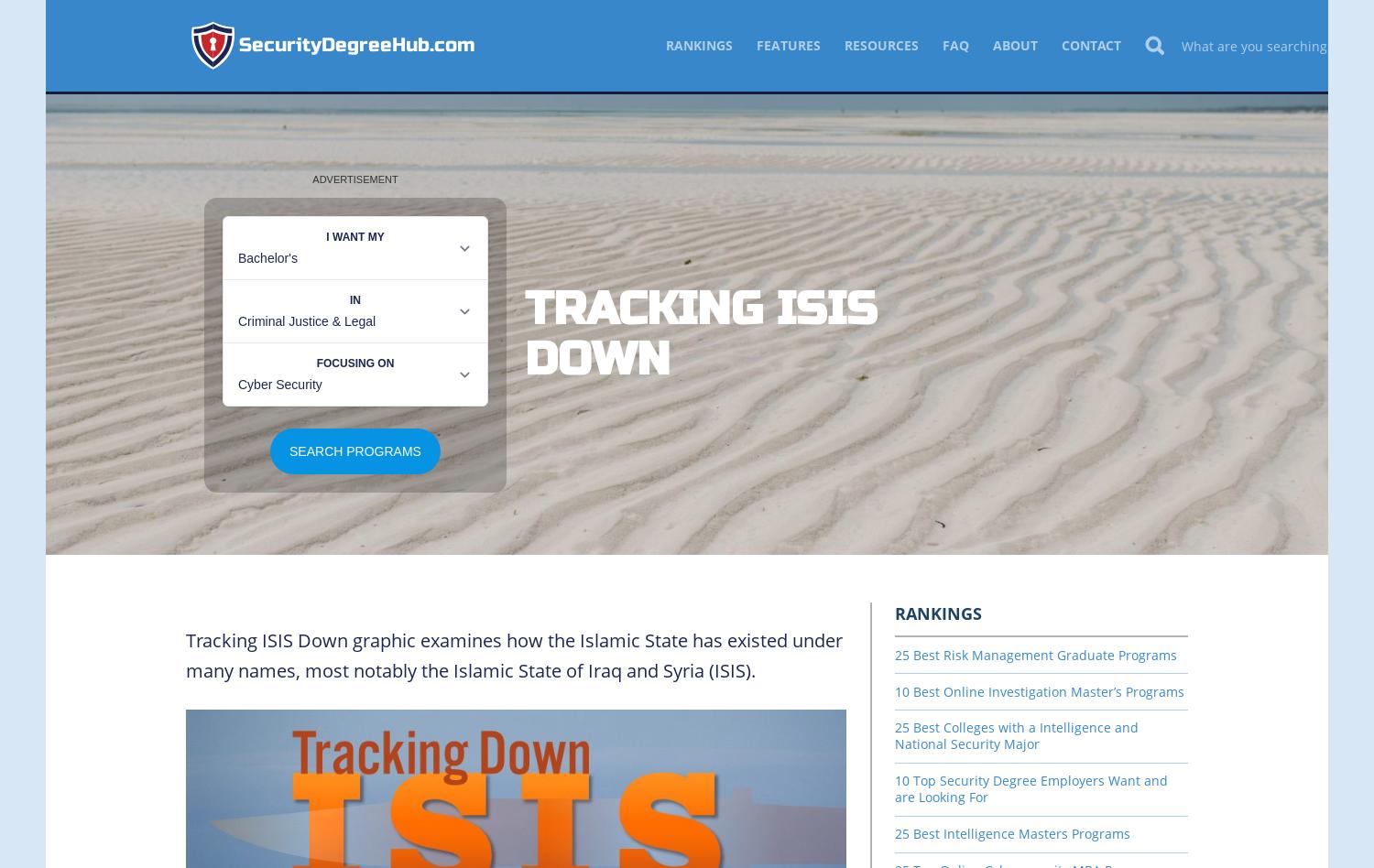 The height and width of the screenshot is (868, 1374). What do you see at coordinates (514, 655) in the screenshot?
I see `'Tracking ISIS Down graphic examines how the Islamic State has existed under many names, most notably the Islamic State of Iraq and Syria (ISIS).'` at bounding box center [514, 655].